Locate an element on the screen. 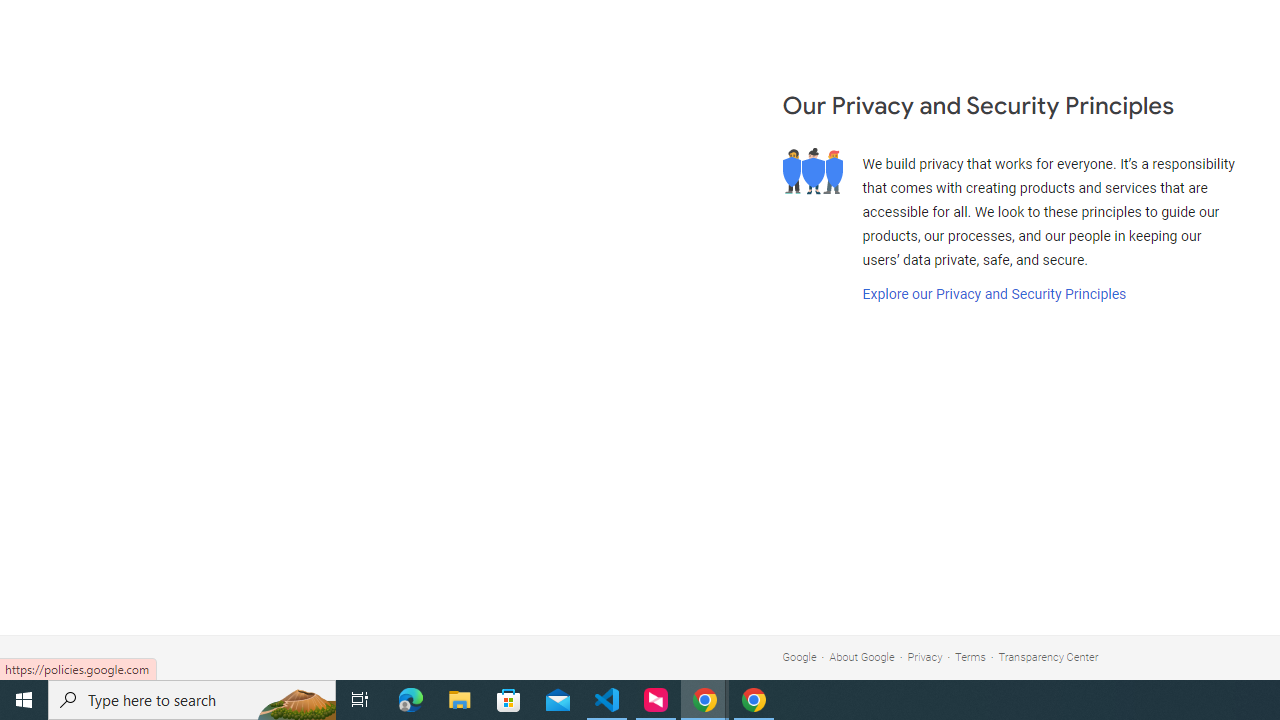 The height and width of the screenshot is (720, 1280). 'Google' is located at coordinates (798, 657).